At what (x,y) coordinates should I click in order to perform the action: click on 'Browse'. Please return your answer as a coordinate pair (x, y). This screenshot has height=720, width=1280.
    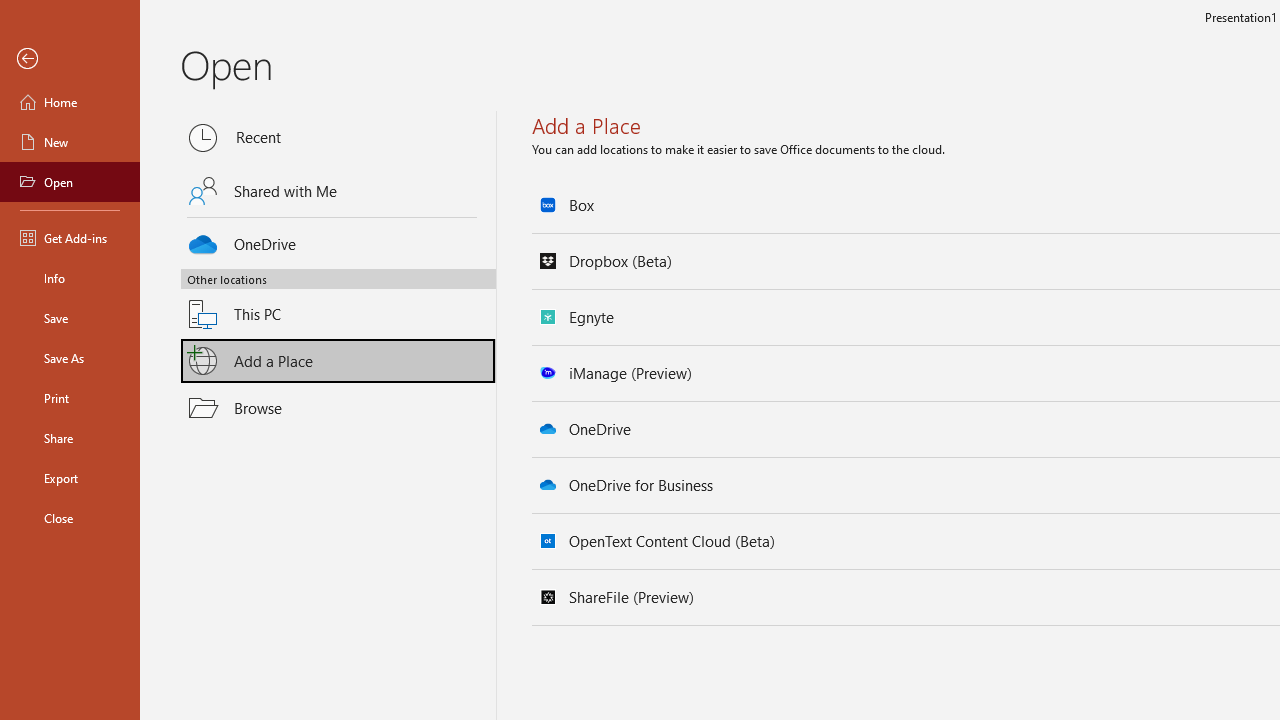
    Looking at the image, I should click on (338, 406).